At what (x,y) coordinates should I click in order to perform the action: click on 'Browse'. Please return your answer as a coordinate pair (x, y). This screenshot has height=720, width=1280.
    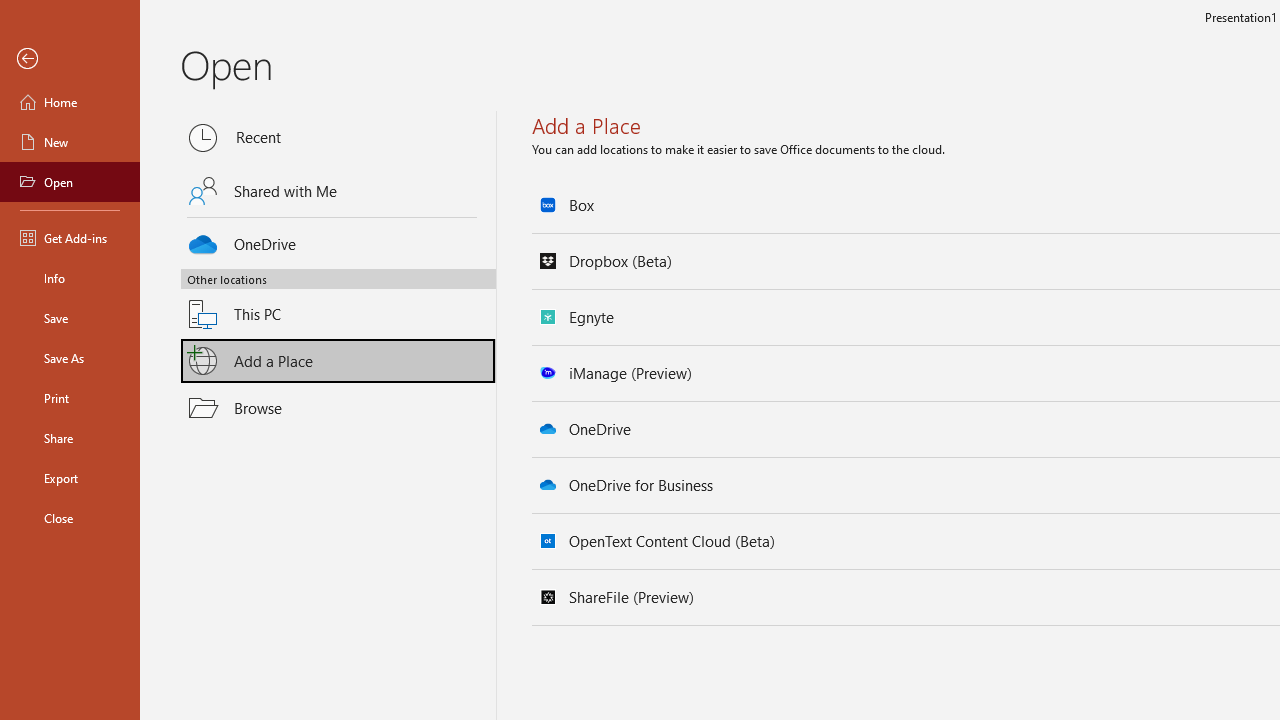
    Looking at the image, I should click on (338, 406).